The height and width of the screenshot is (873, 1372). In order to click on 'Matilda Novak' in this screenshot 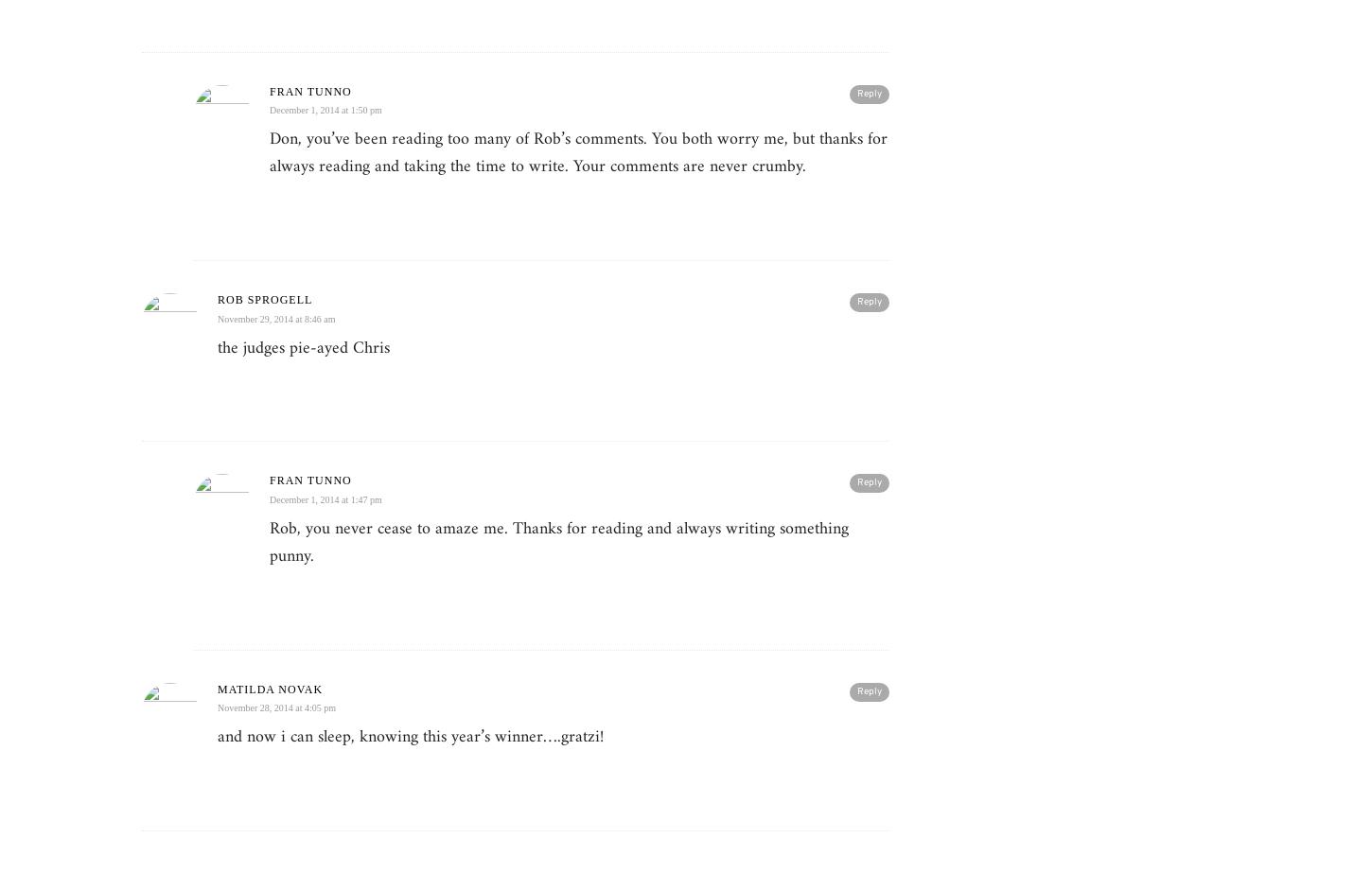, I will do `click(270, 687)`.